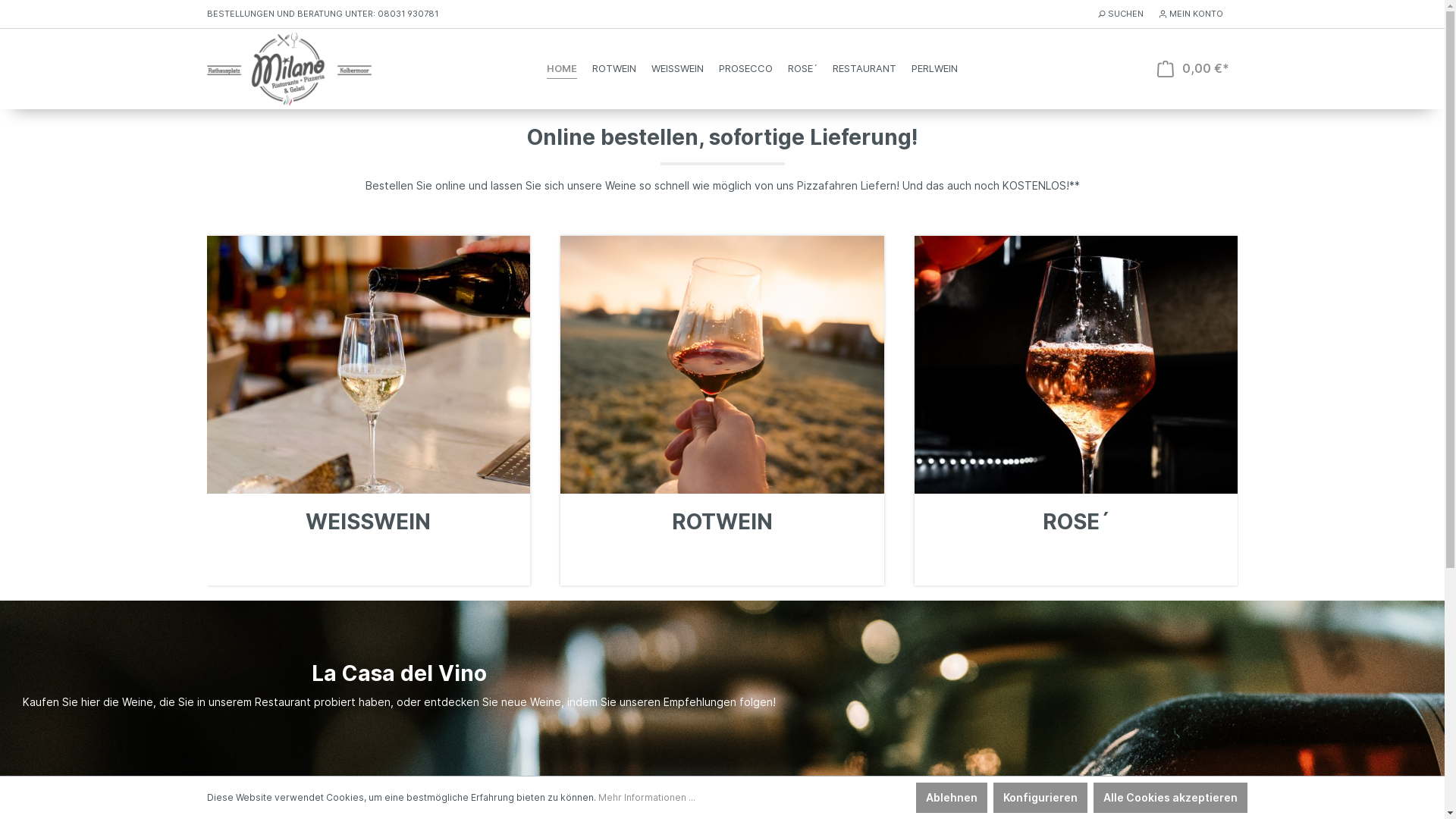  I want to click on 'Konfigurieren', so click(1040, 797).